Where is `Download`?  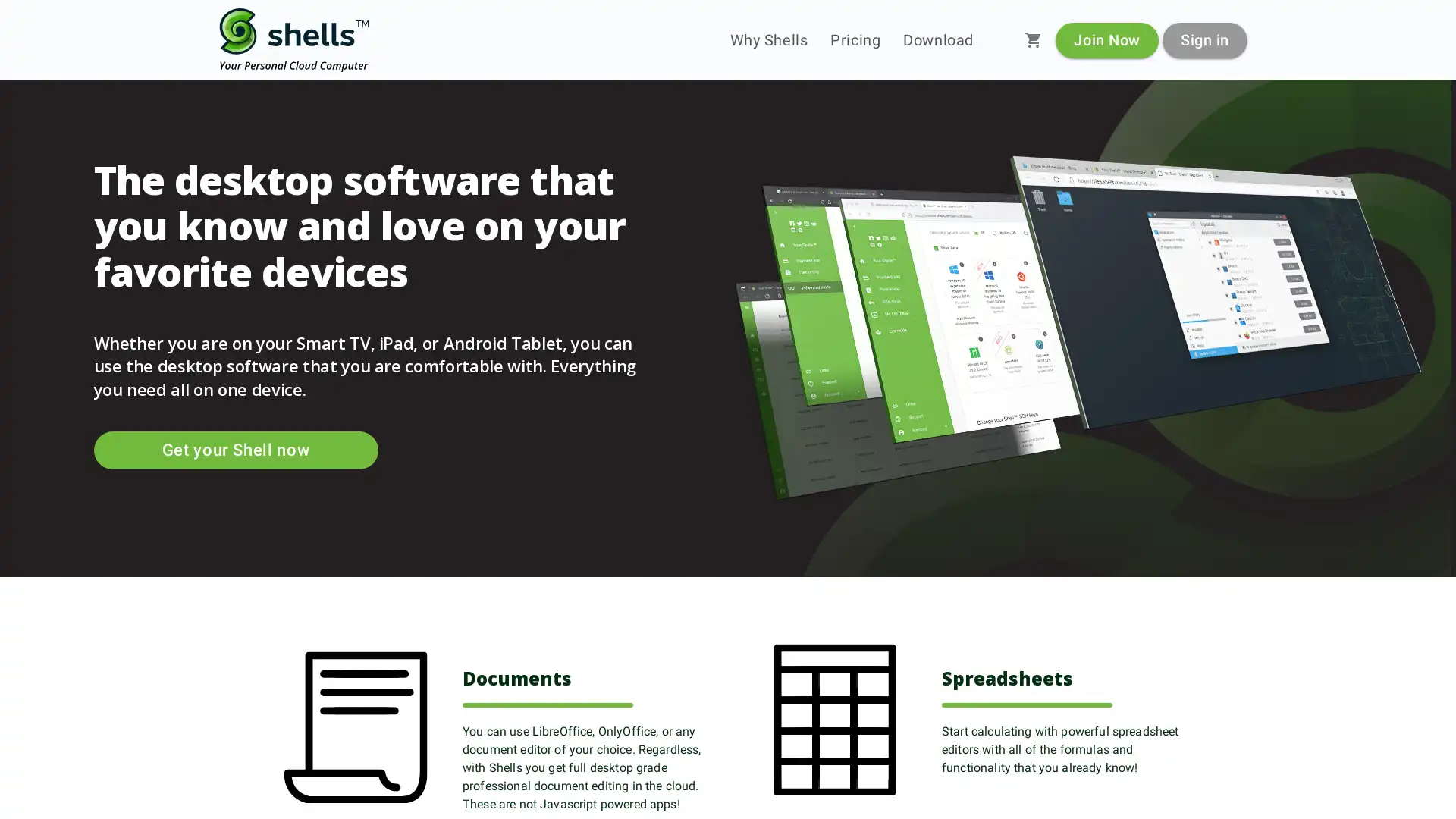 Download is located at coordinates (937, 39).